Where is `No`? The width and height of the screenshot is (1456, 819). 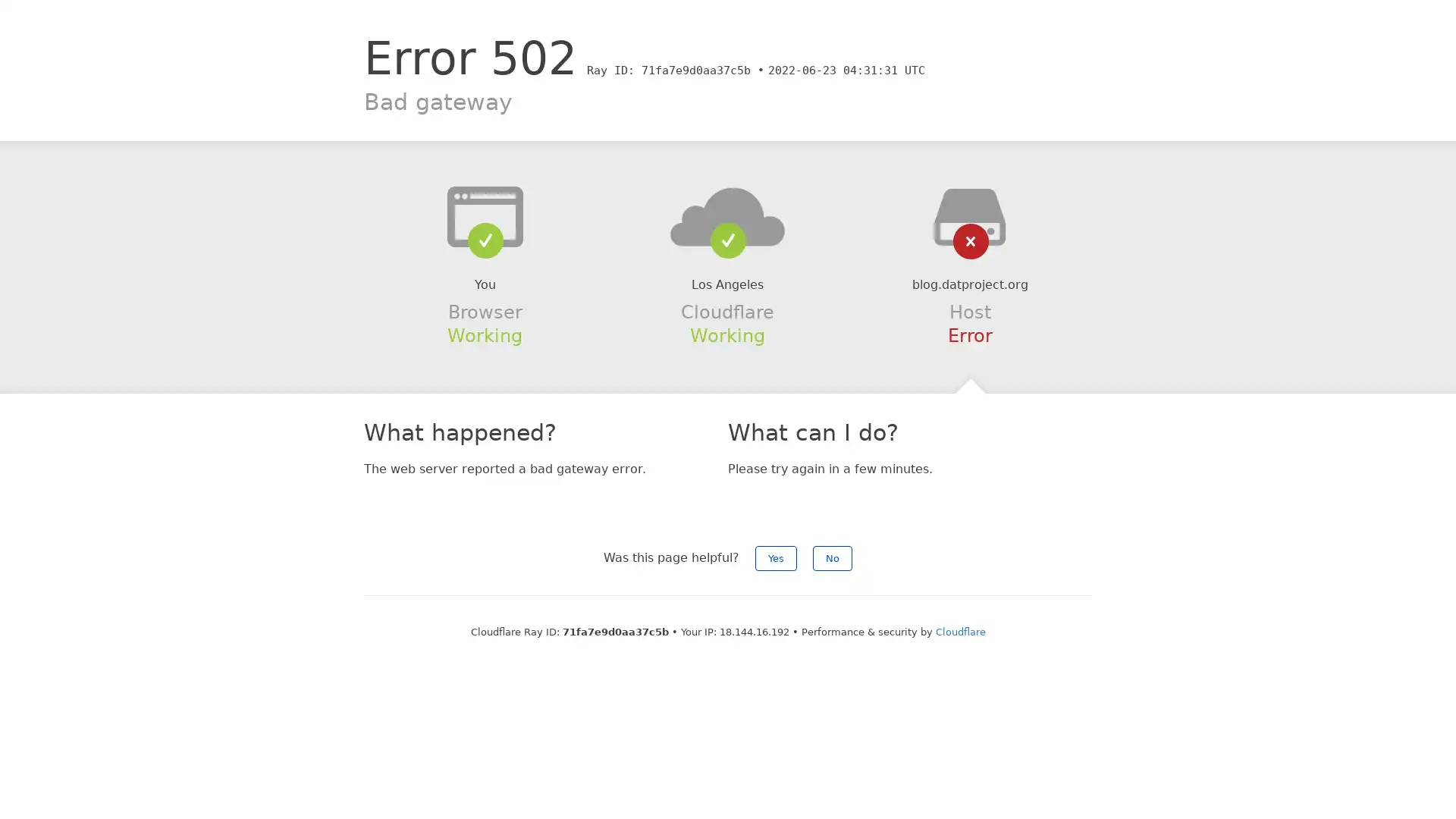 No is located at coordinates (832, 558).